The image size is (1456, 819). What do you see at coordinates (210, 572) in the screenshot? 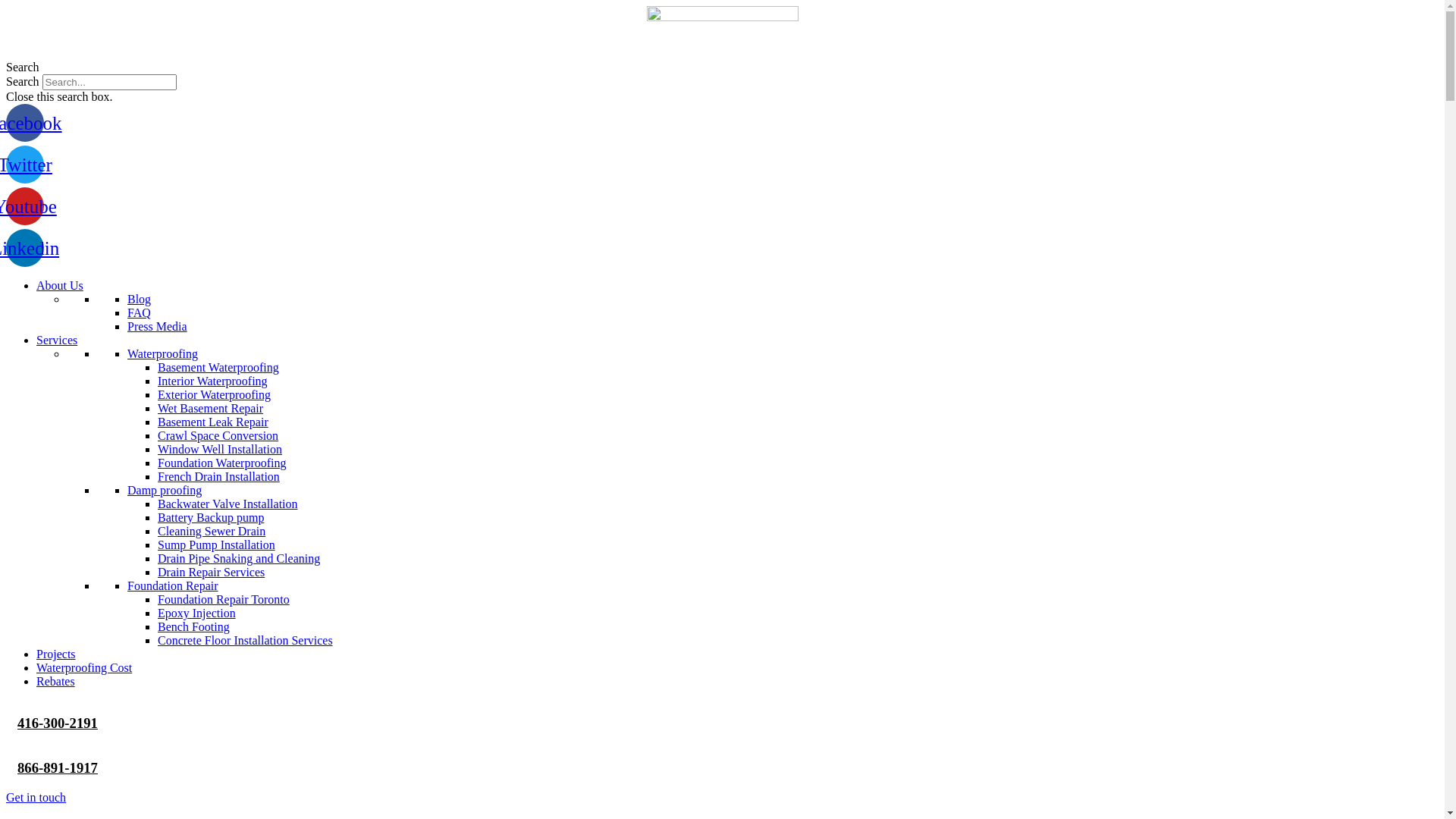
I see `'Drain Repair Services'` at bounding box center [210, 572].